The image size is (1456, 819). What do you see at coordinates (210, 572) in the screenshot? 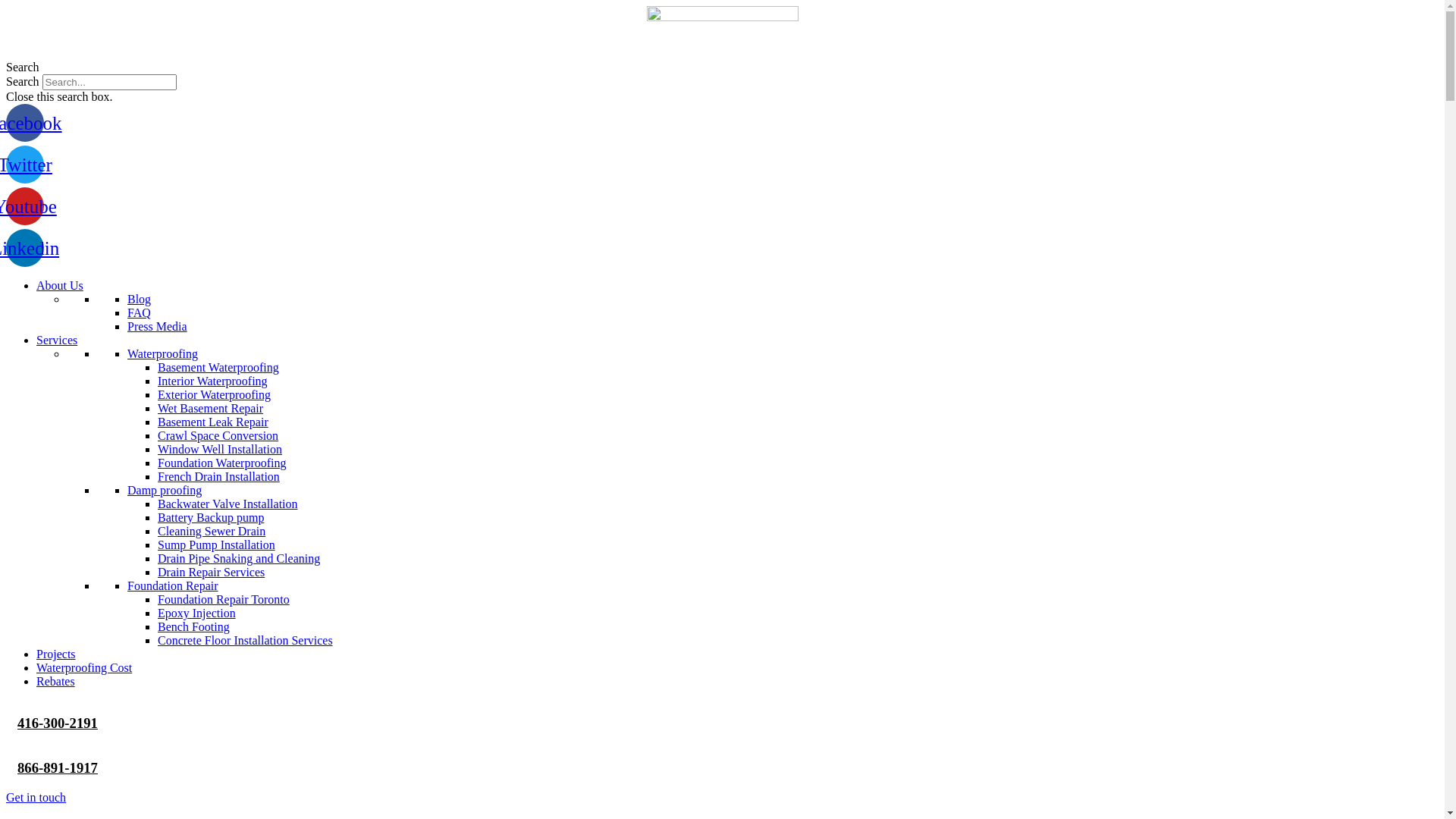
I see `'Drain Repair Services'` at bounding box center [210, 572].